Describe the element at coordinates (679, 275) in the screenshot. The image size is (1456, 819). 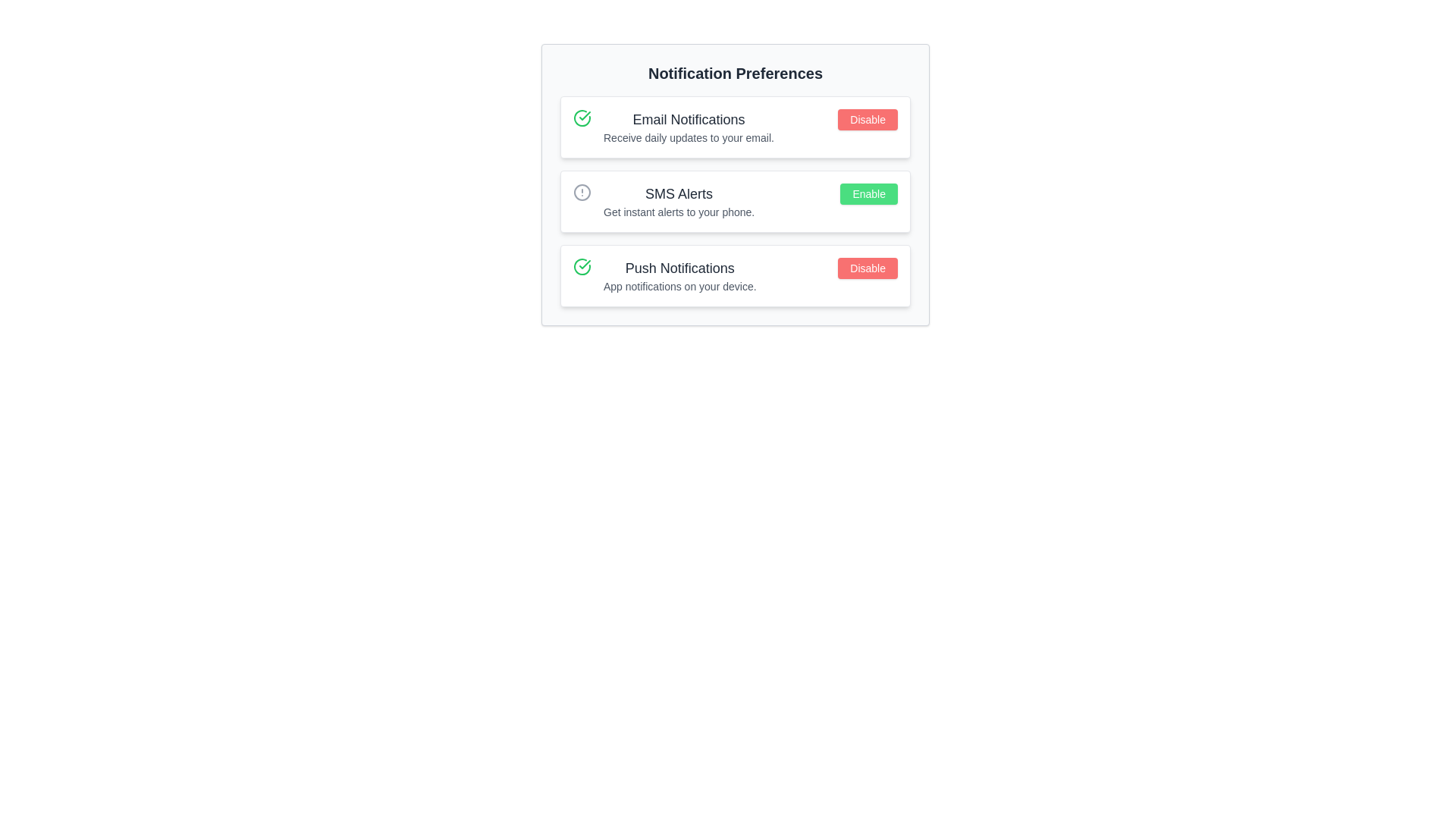
I see `the 'Push Notifications' text description in the Notification Preferences panel, which consists of two lines of text with the first line in bold and larger font` at that location.